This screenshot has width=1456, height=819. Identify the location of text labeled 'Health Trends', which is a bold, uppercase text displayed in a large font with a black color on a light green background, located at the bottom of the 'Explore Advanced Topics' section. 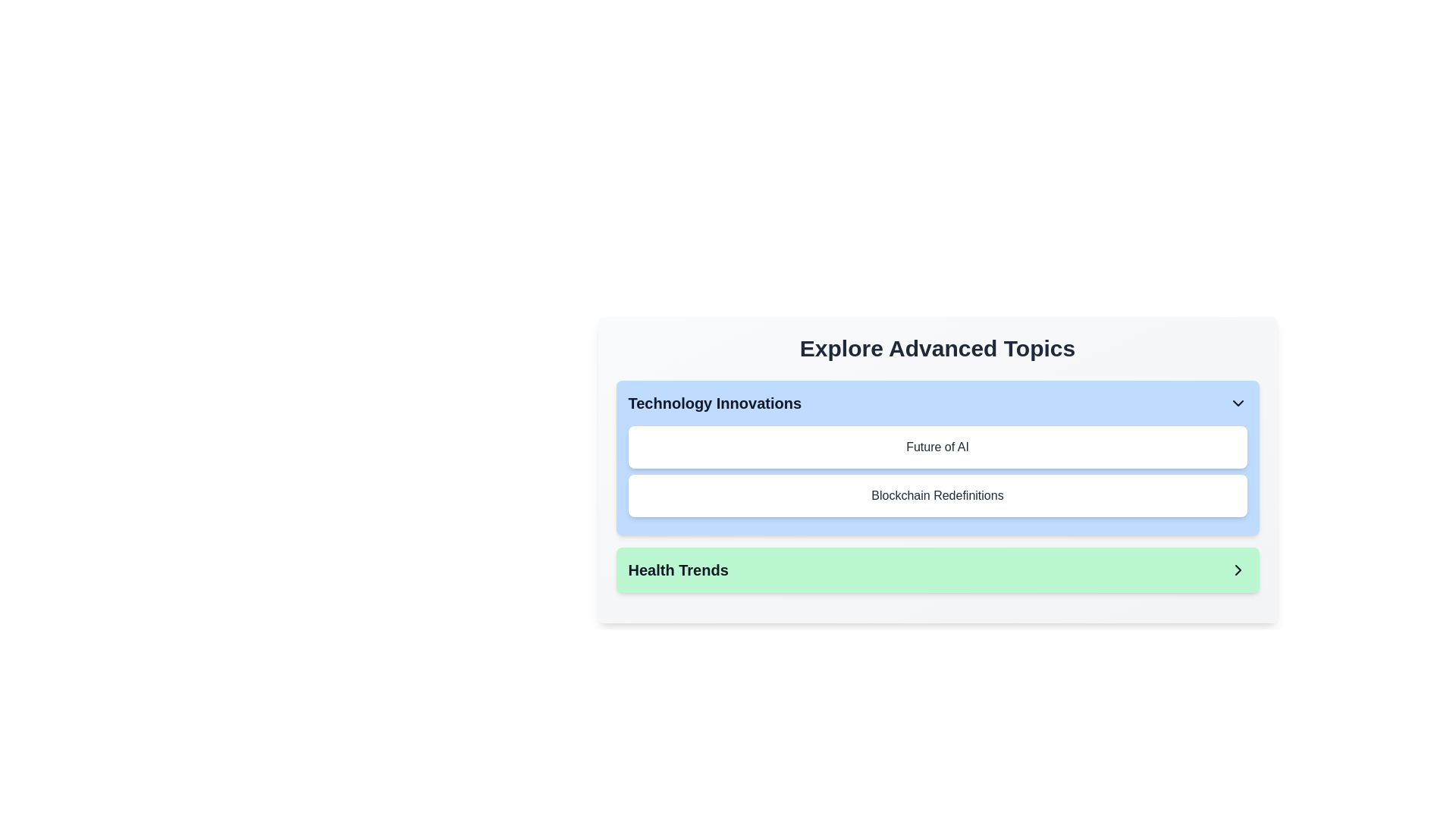
(677, 570).